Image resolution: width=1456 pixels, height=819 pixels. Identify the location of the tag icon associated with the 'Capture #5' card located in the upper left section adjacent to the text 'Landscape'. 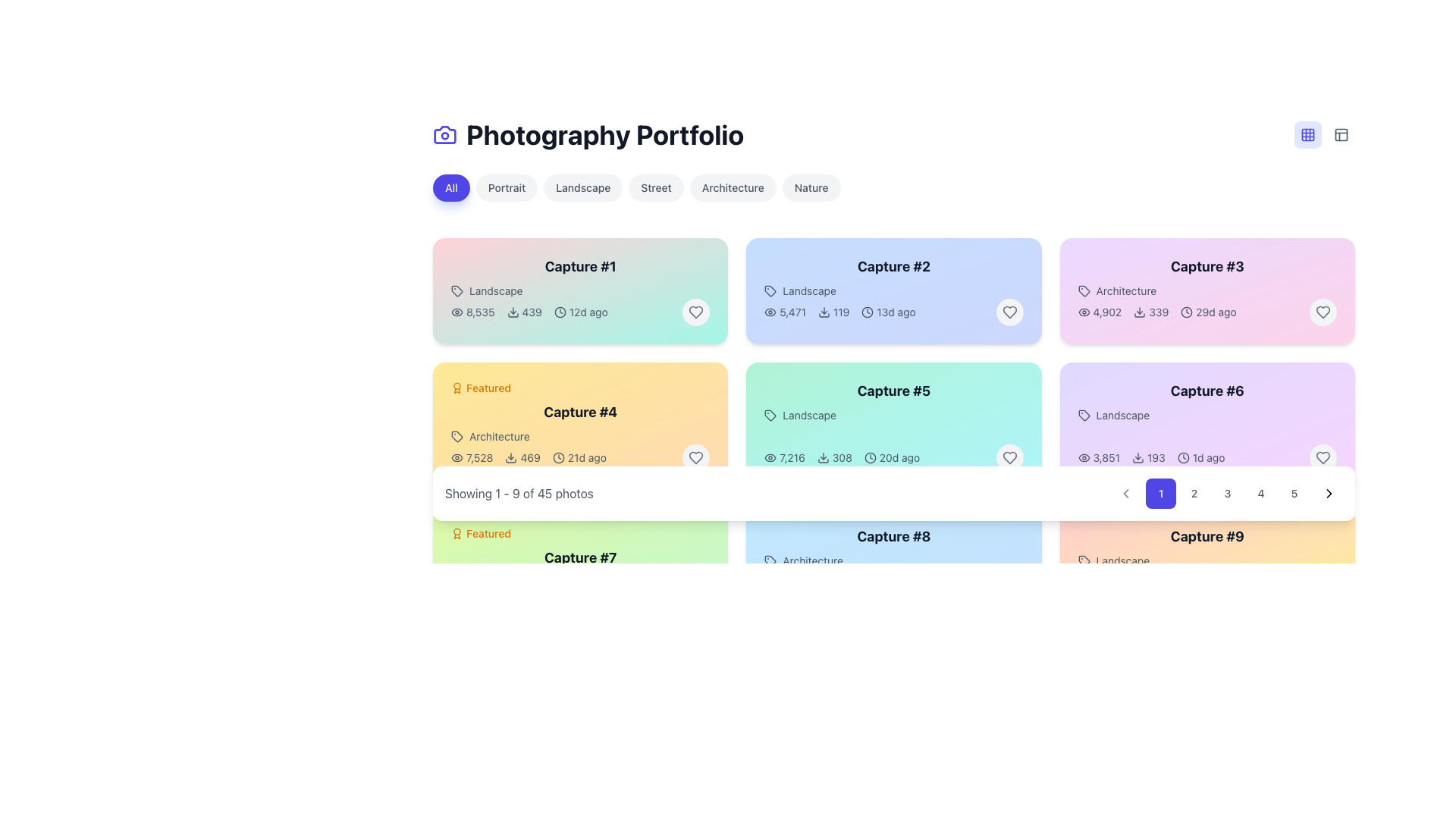
(770, 415).